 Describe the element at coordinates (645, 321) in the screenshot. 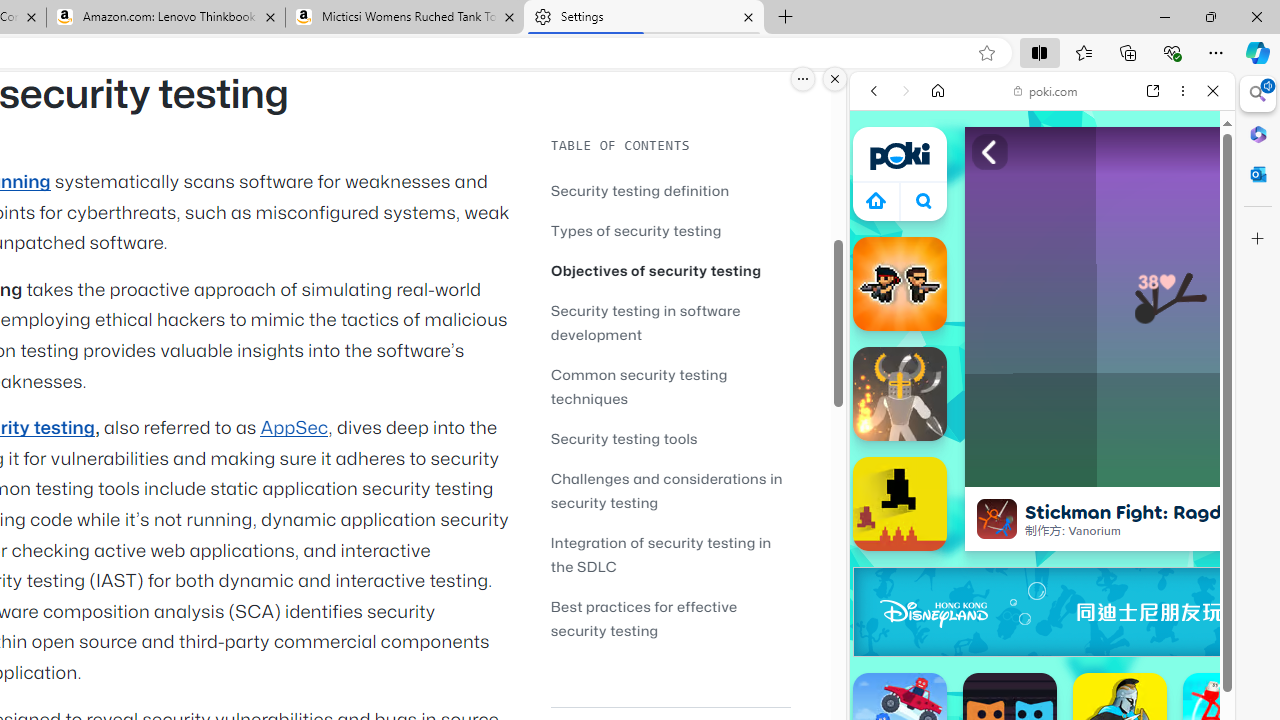

I see `'Security testing in software development'` at that location.